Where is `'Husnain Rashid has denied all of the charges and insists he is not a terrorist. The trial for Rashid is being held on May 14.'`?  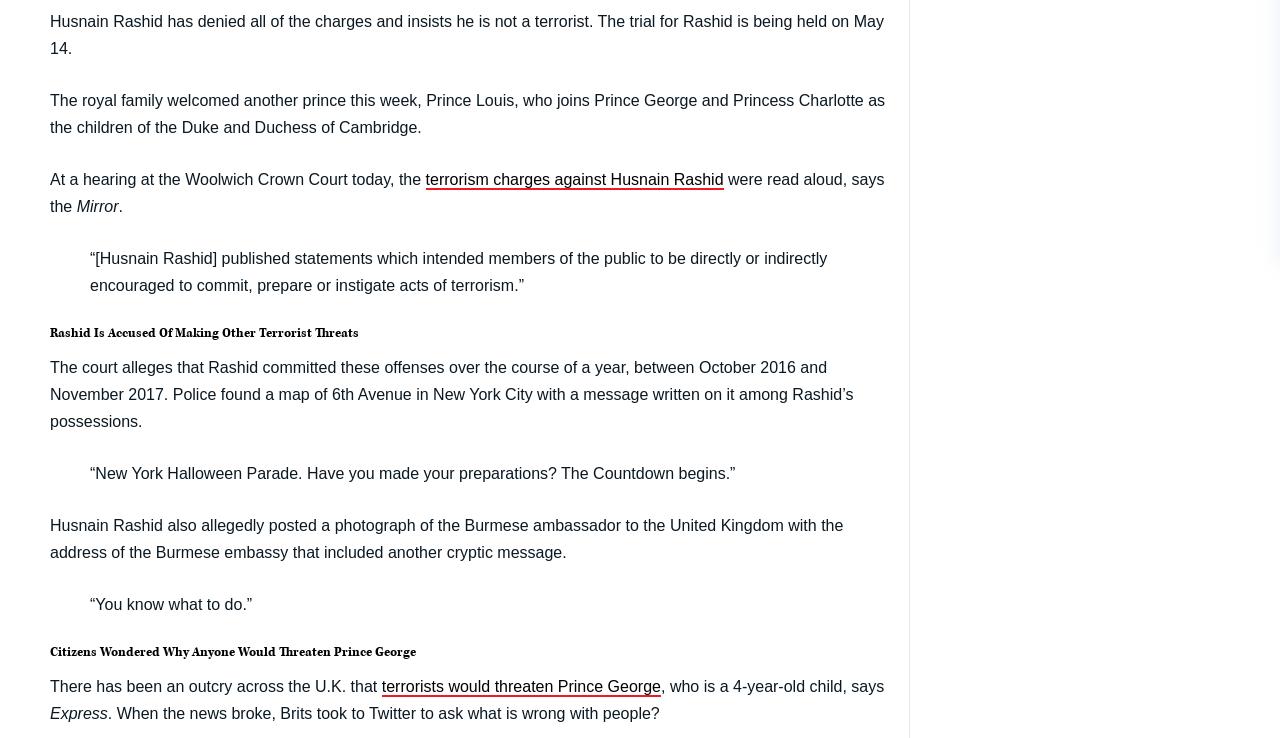
'Husnain Rashid has denied all of the charges and insists he is not a terrorist. The trial for Rashid is being held on May 14.' is located at coordinates (465, 33).